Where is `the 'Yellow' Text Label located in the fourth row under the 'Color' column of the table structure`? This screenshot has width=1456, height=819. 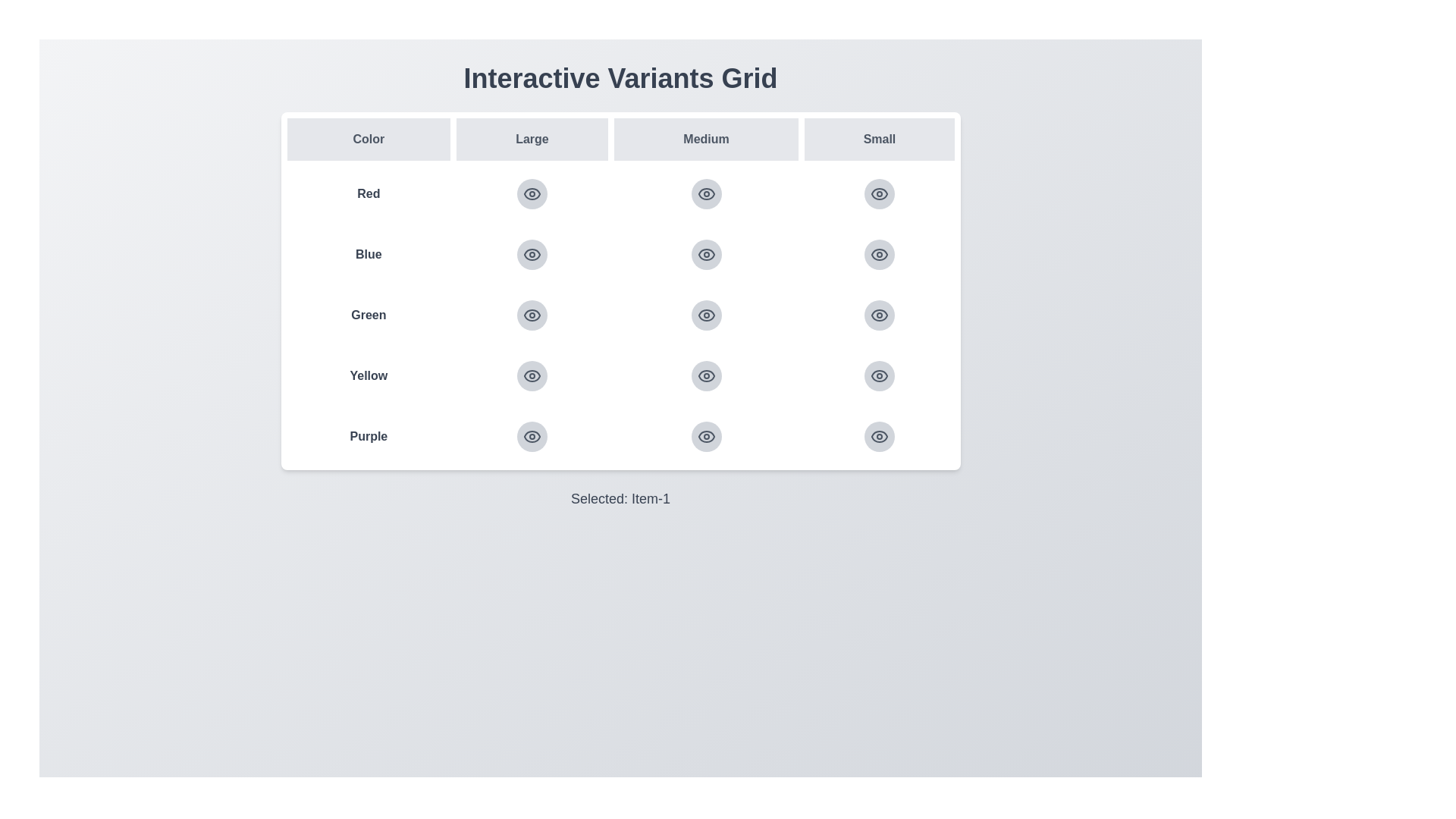 the 'Yellow' Text Label located in the fourth row under the 'Color' column of the table structure is located at coordinates (369, 375).